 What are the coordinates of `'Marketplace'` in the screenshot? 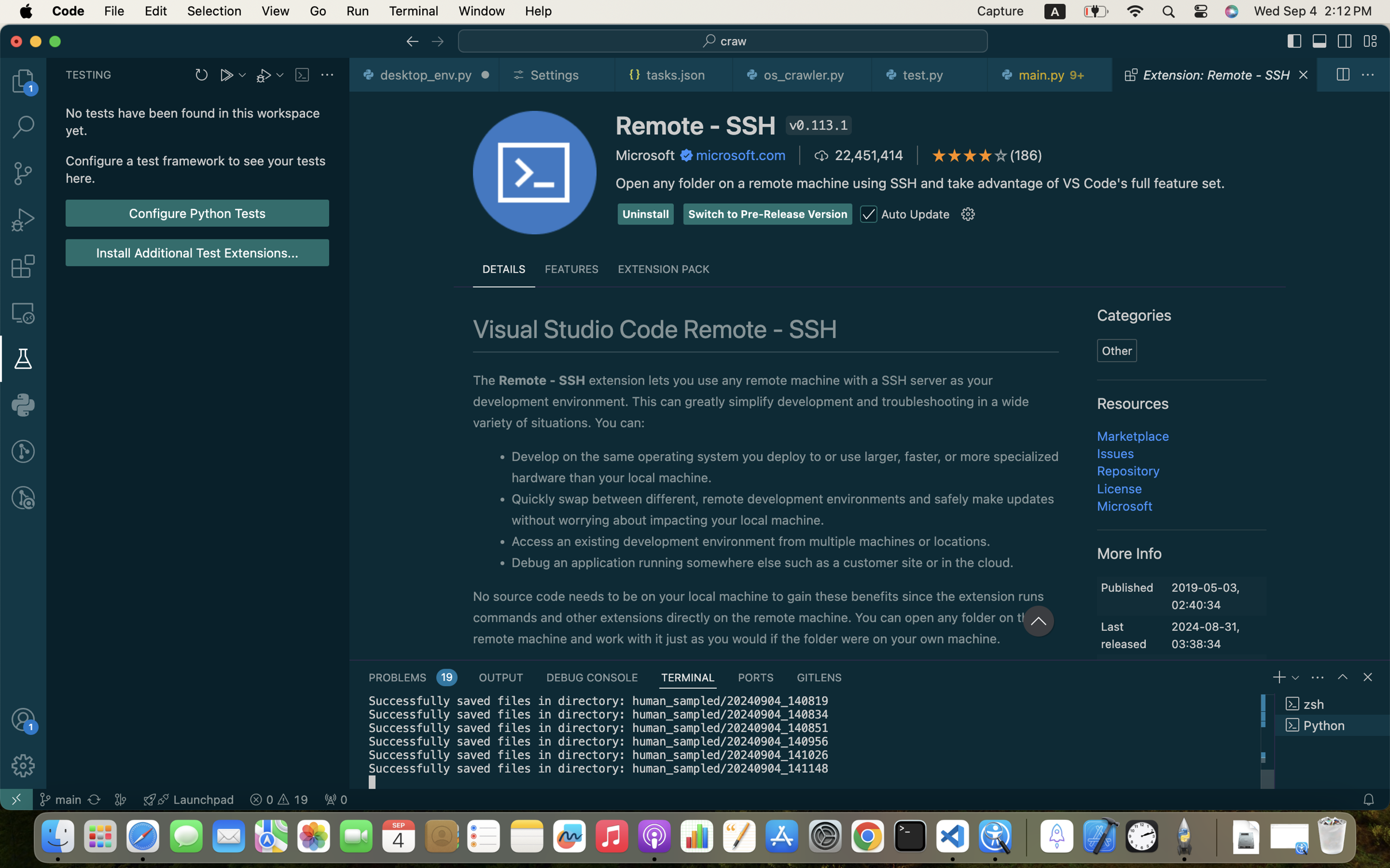 It's located at (1133, 435).